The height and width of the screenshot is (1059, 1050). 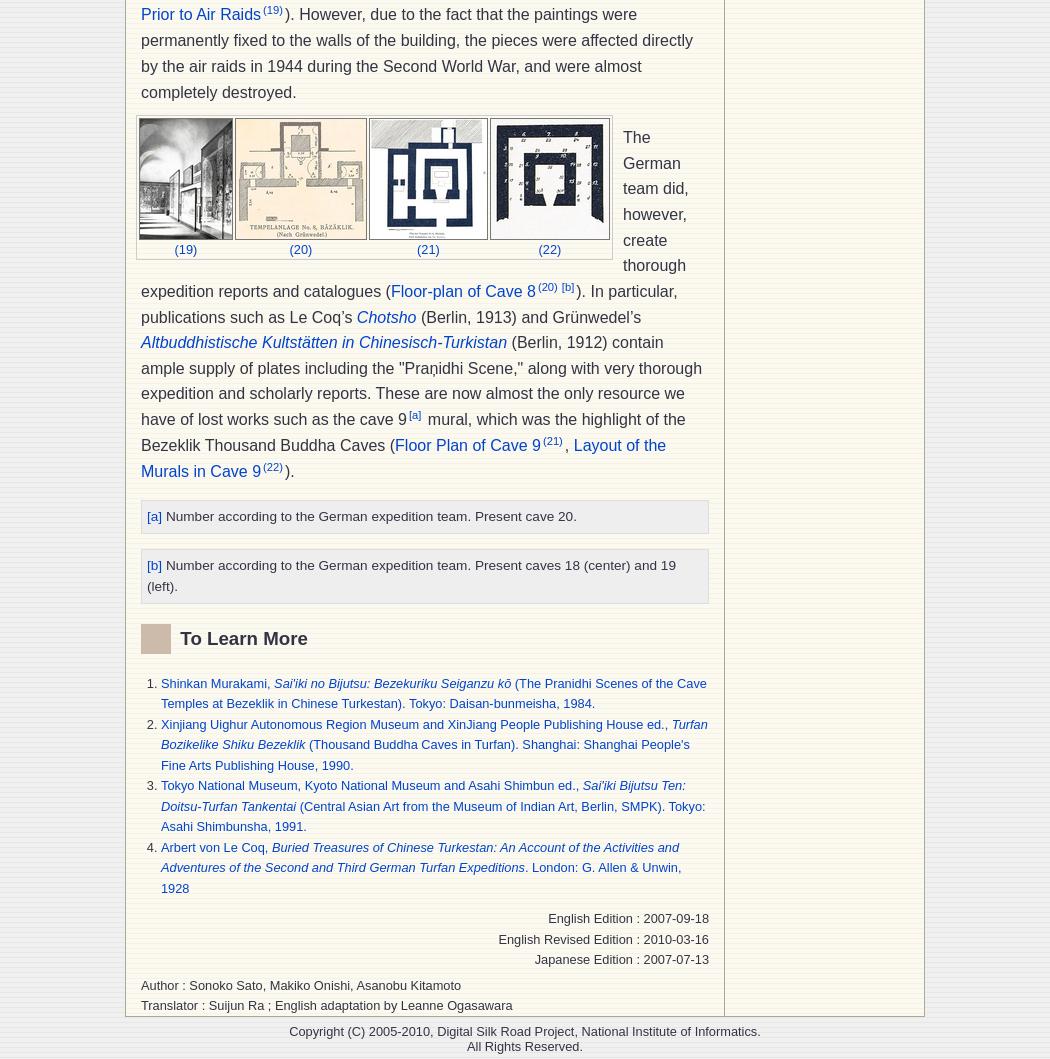 I want to click on 'Floor-plan of Cave 8', so click(x=389, y=291).